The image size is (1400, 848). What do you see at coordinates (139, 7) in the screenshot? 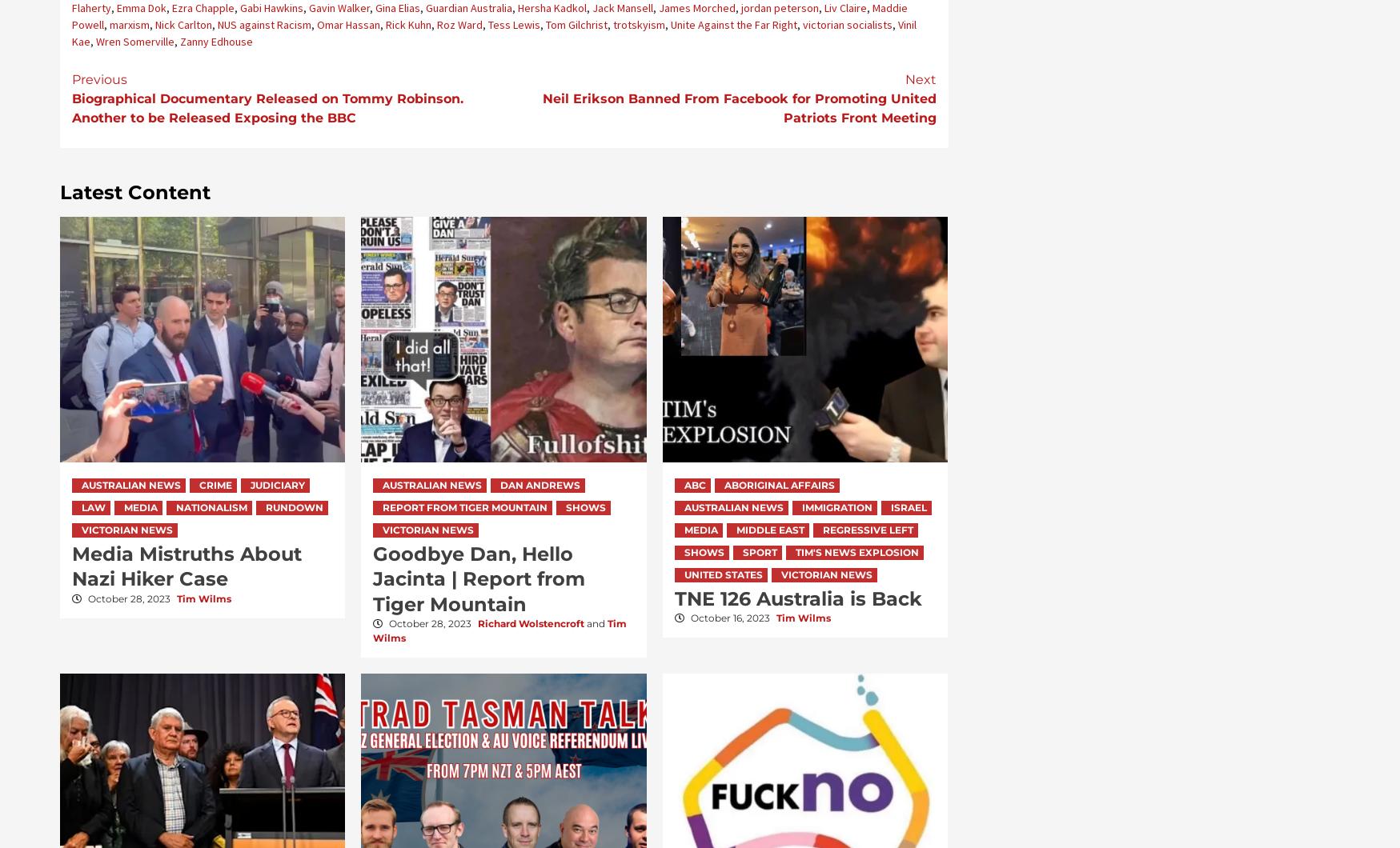
I see `'Emma Dok'` at bounding box center [139, 7].